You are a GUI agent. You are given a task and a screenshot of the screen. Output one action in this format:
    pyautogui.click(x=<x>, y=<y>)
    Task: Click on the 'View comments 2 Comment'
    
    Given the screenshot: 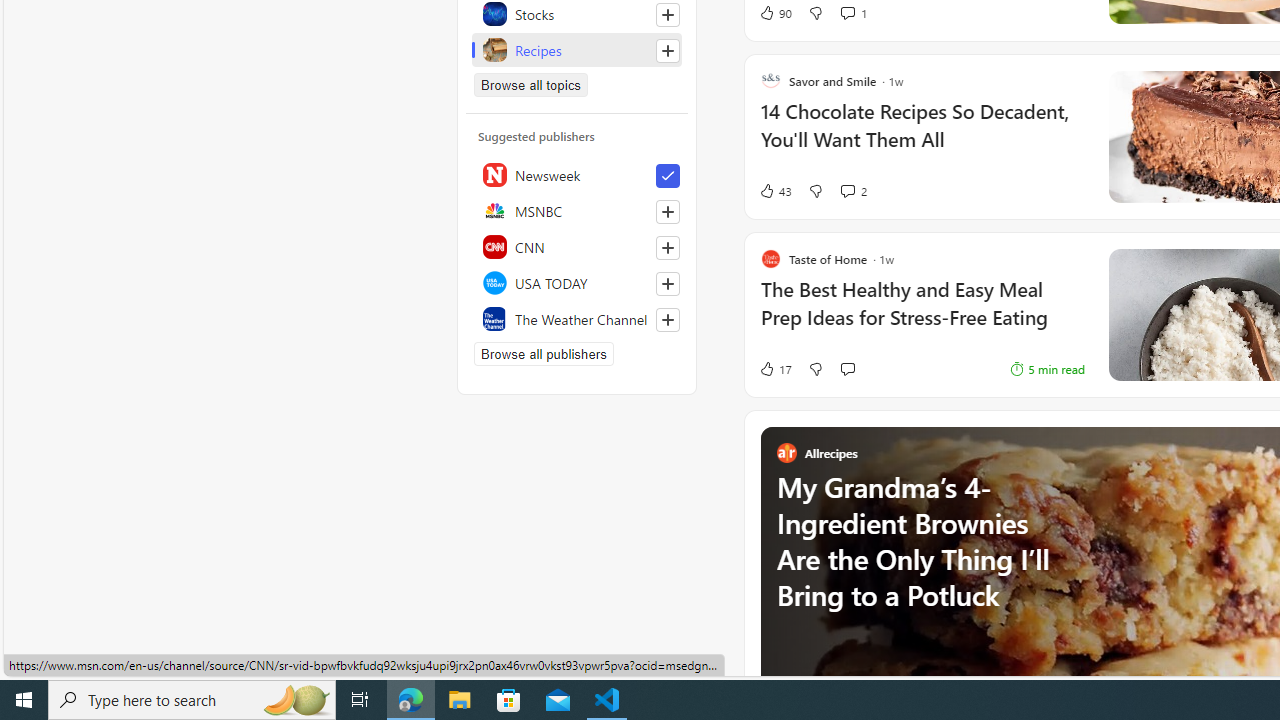 What is the action you would take?
    pyautogui.click(x=847, y=190)
    